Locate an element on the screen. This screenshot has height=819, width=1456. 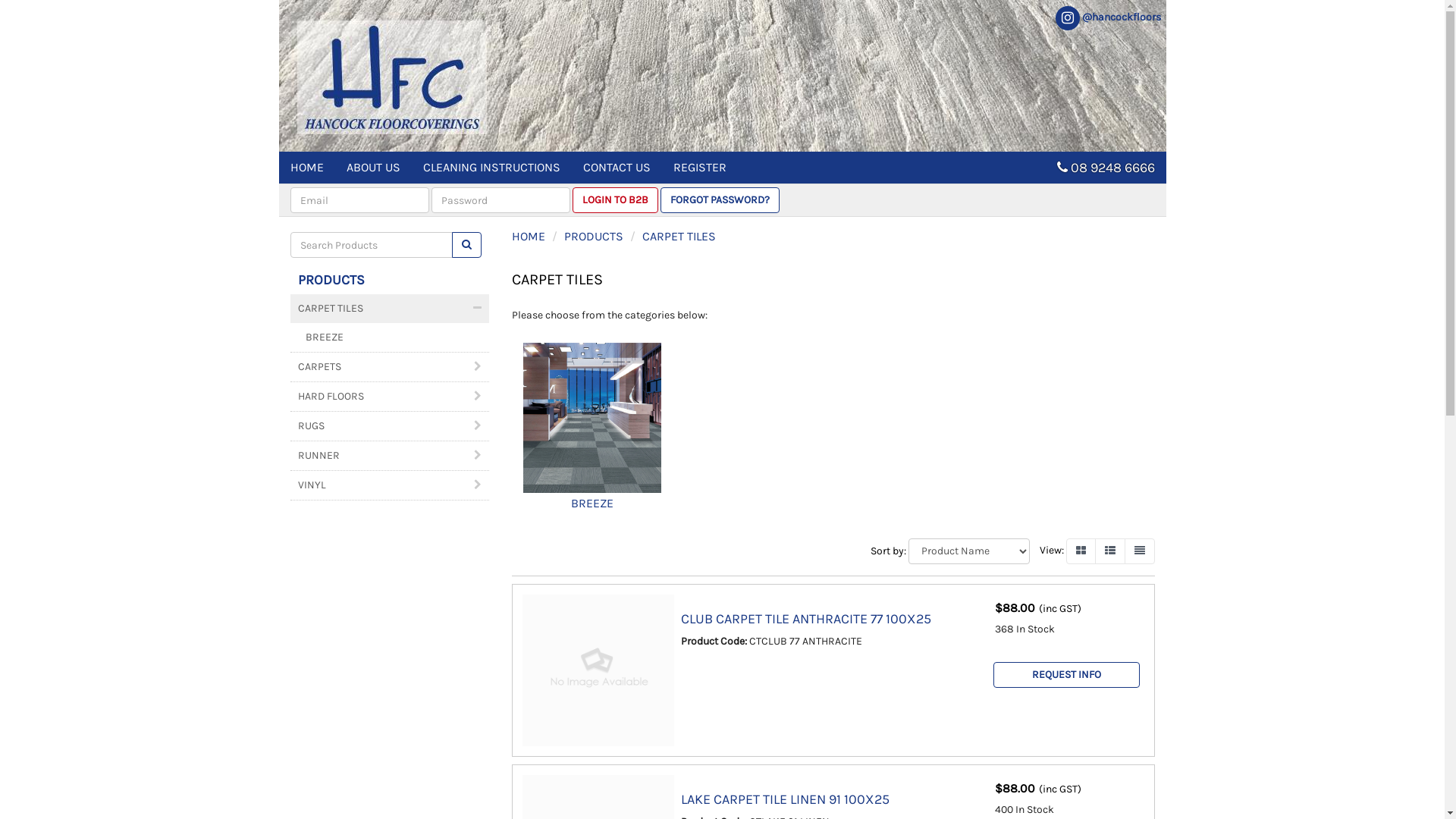
'CLEANING INSTRUCTIONS' is located at coordinates (491, 167).